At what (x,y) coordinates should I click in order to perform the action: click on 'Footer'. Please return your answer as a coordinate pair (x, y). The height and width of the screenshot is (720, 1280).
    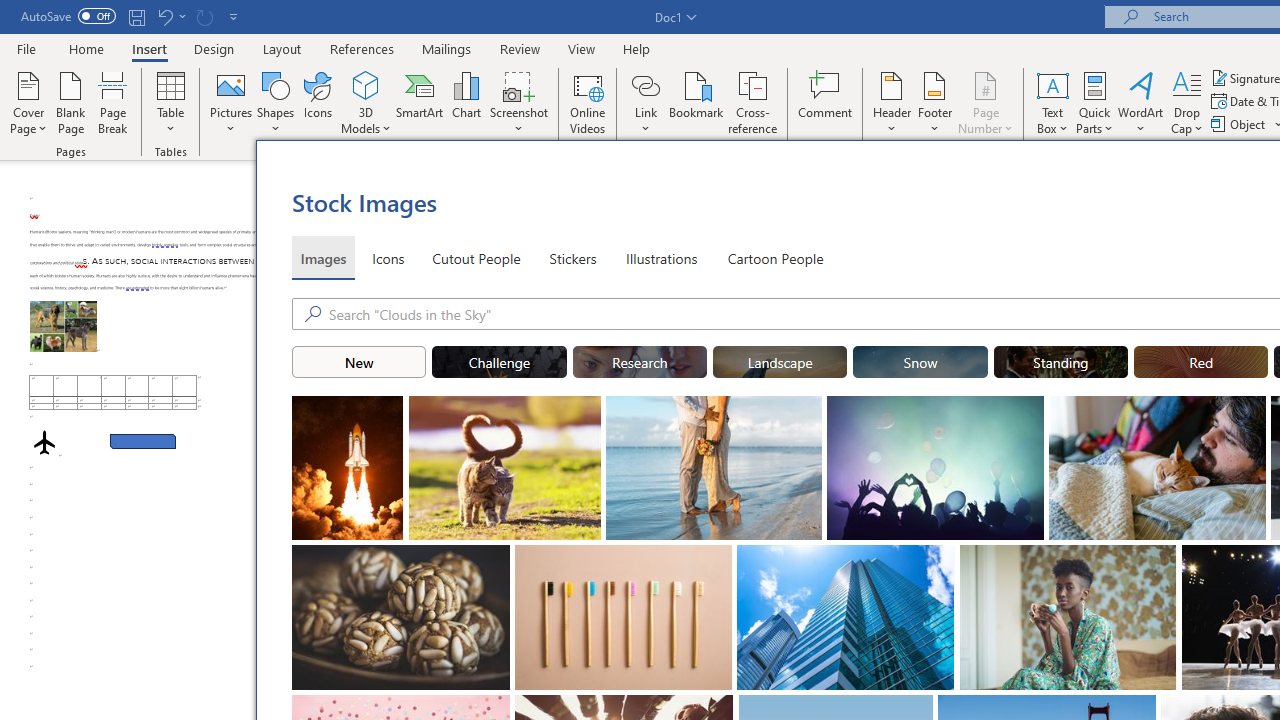
    Looking at the image, I should click on (934, 103).